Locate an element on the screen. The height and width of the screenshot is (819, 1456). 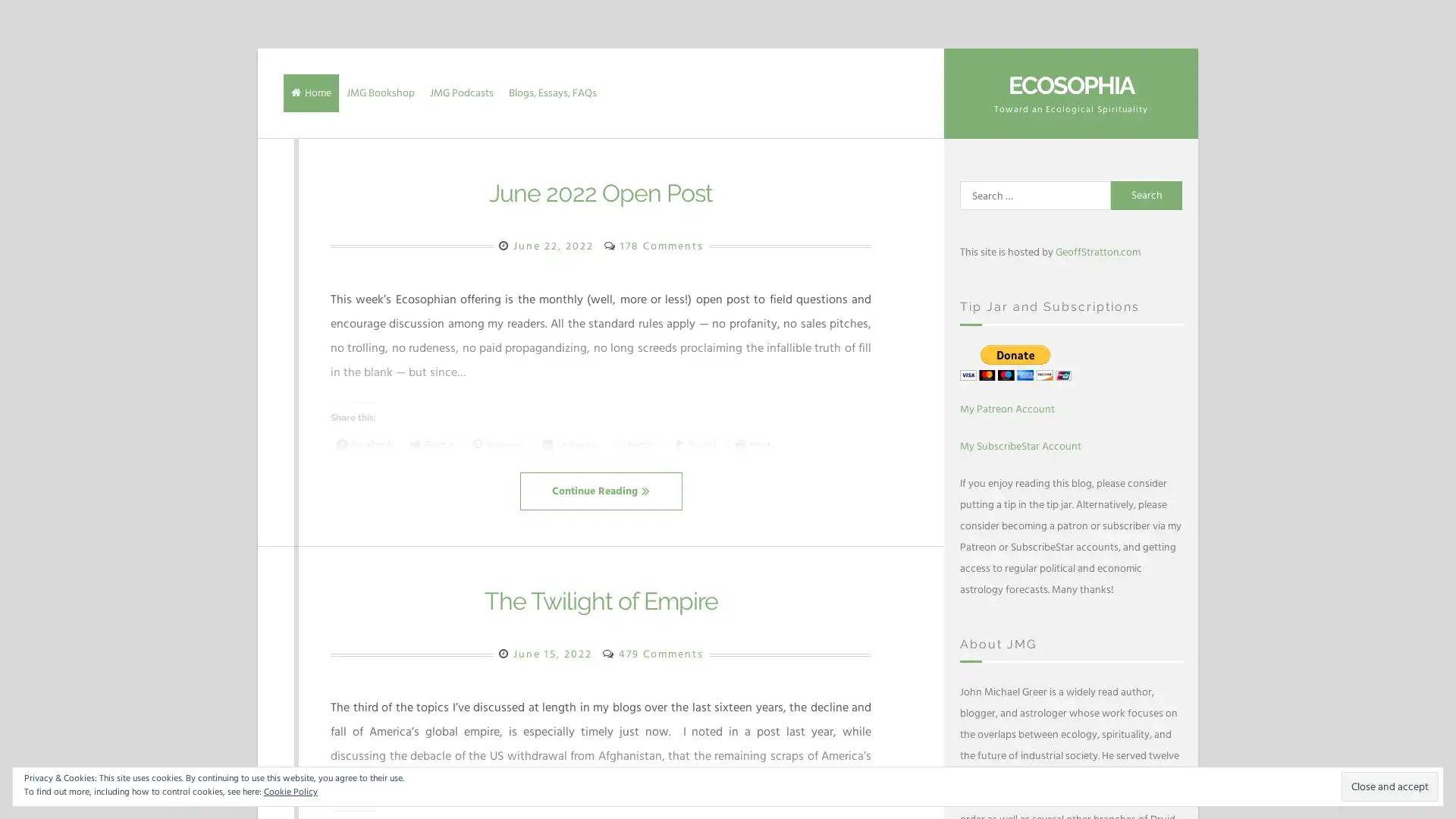
Close and accept is located at coordinates (1390, 786).